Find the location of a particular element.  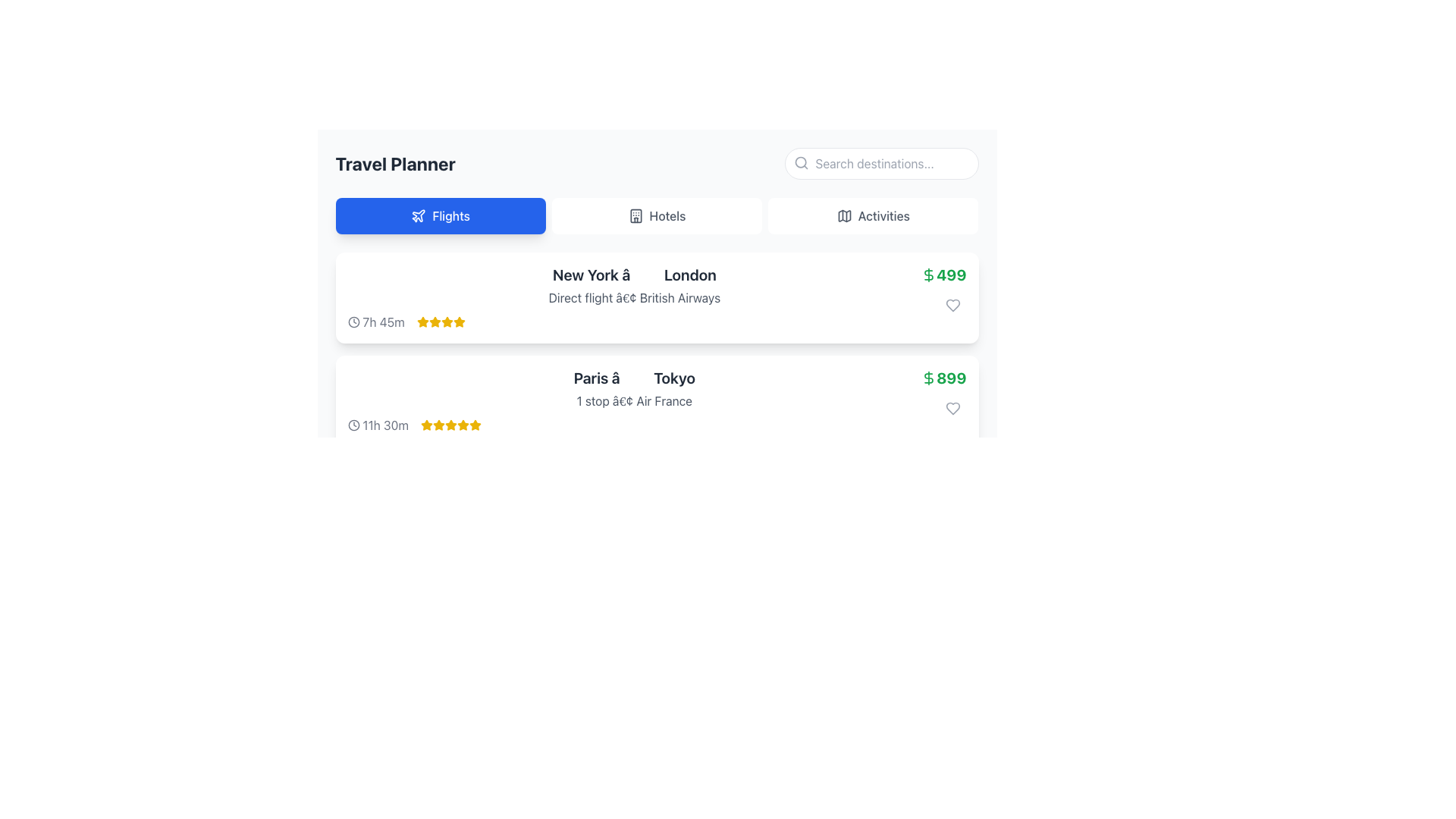

the circular part of the search icon located inside the search bar in the top-right portion of the layout is located at coordinates (799, 162).